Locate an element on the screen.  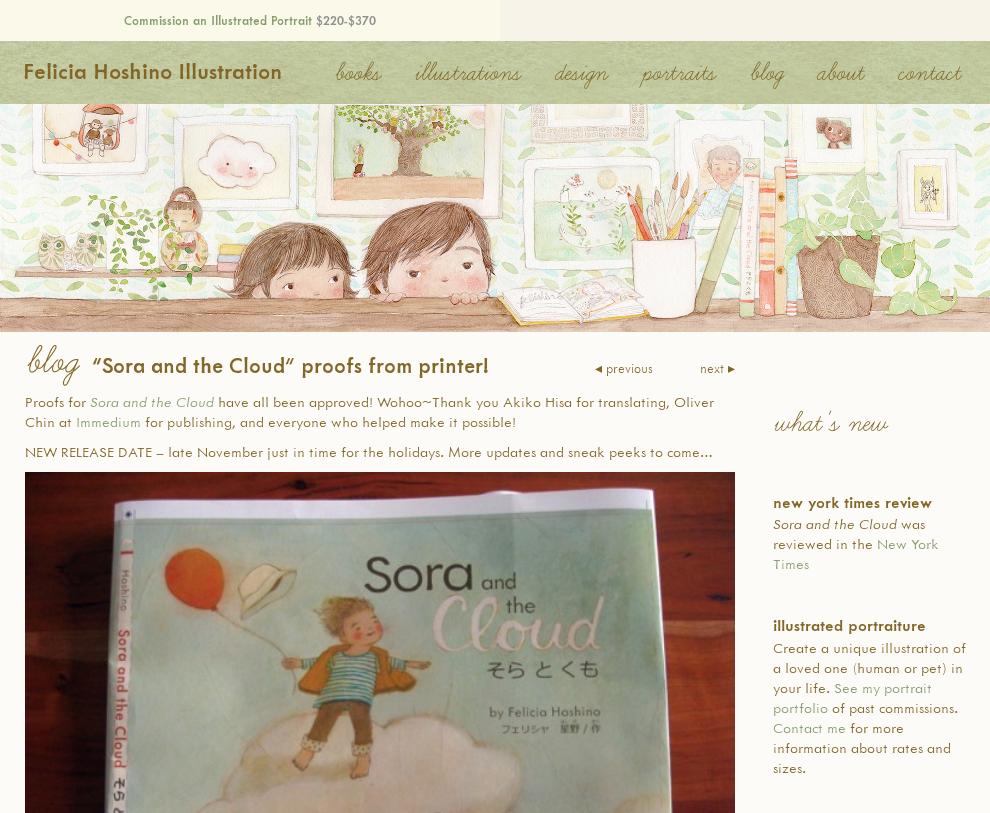
'NEW RELEASE DATE – late November just in time for the holidays. More updates and sneak peeks to come…' is located at coordinates (24, 451).